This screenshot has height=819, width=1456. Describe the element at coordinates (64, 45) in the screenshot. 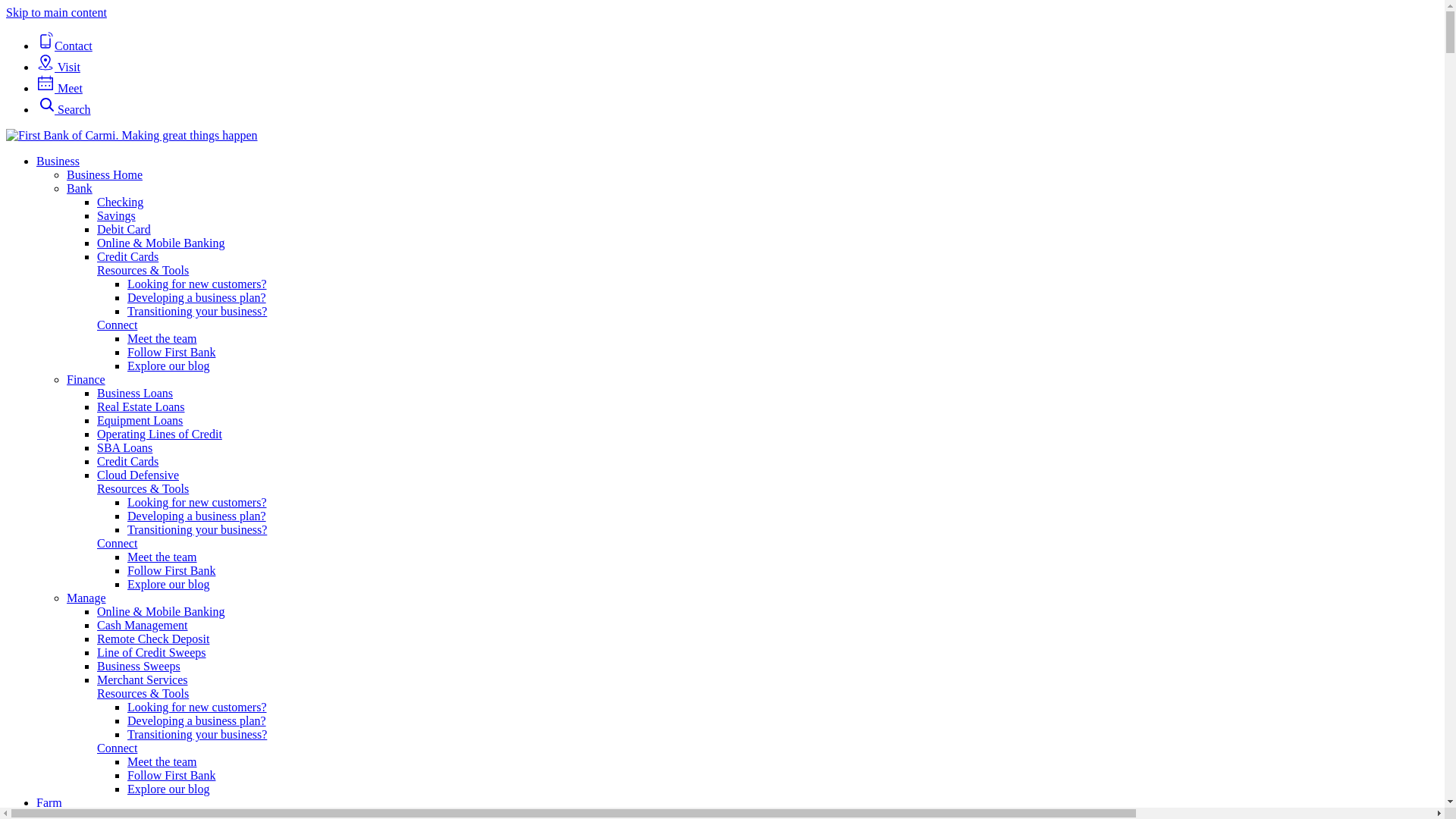

I see `'Contact'` at that location.